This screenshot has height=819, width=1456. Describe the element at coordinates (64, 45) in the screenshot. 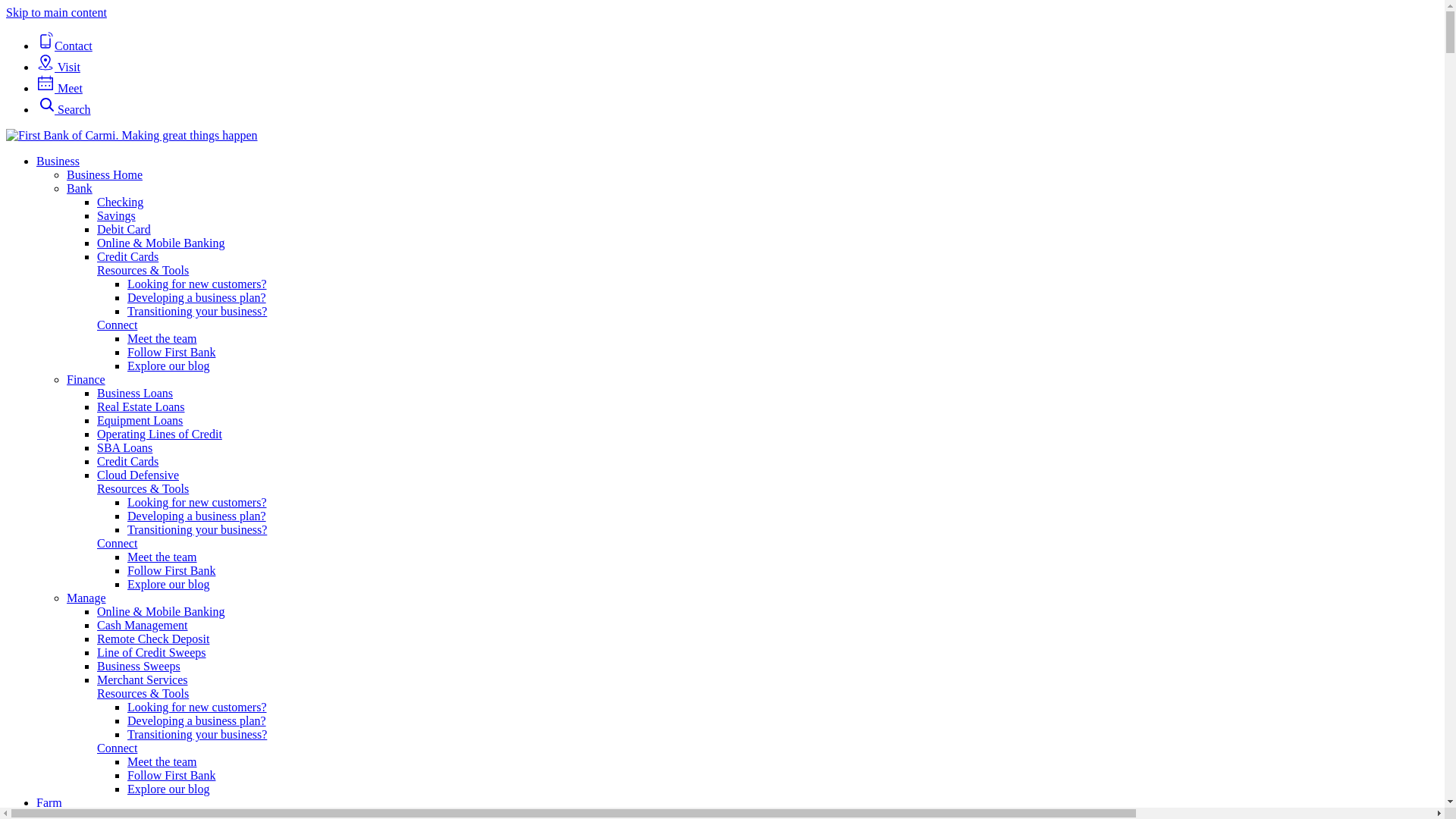

I see `'Contact'` at that location.